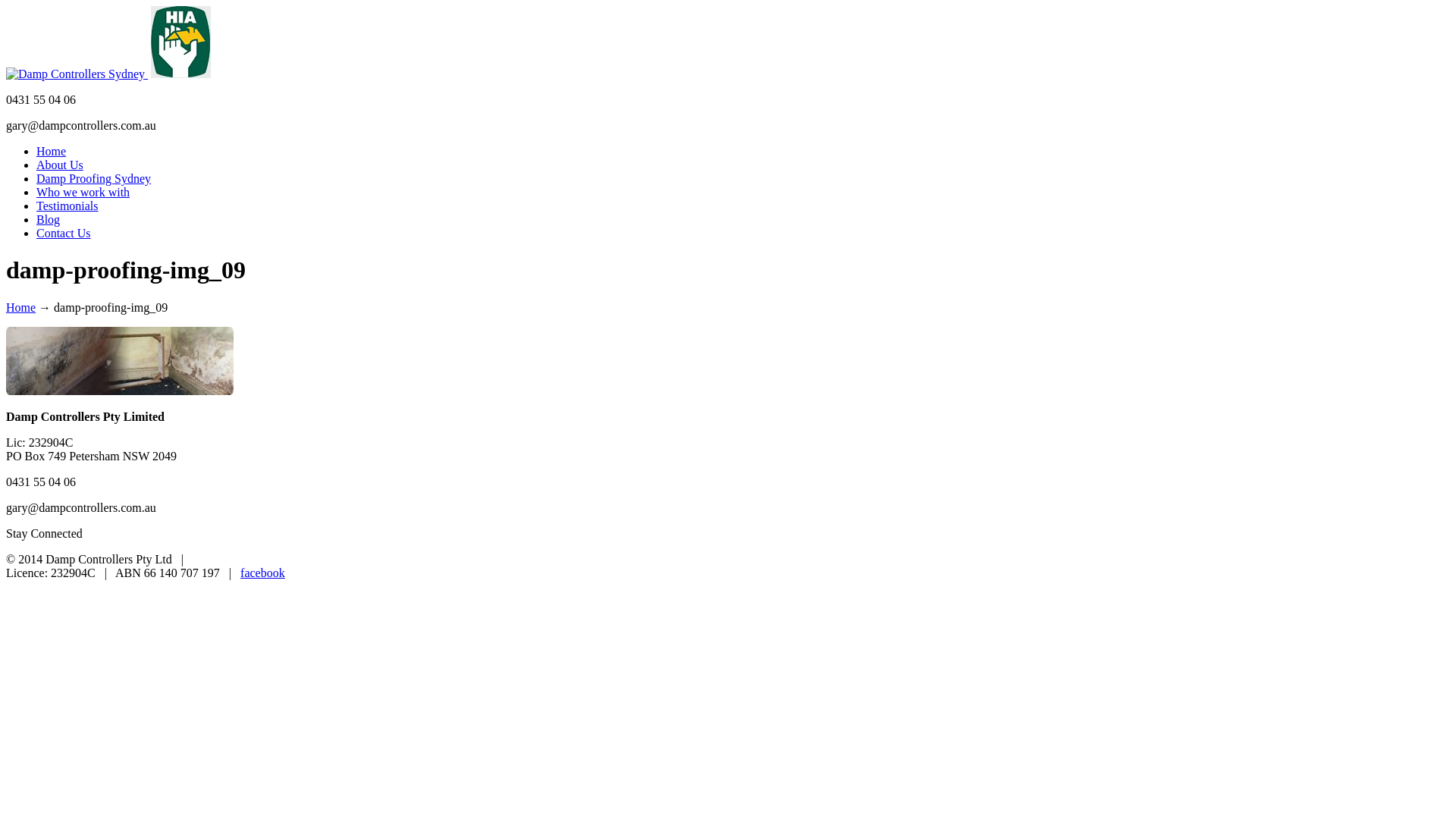 The image size is (1456, 819). Describe the element at coordinates (36, 177) in the screenshot. I see `'Damp Proofing Sydney'` at that location.